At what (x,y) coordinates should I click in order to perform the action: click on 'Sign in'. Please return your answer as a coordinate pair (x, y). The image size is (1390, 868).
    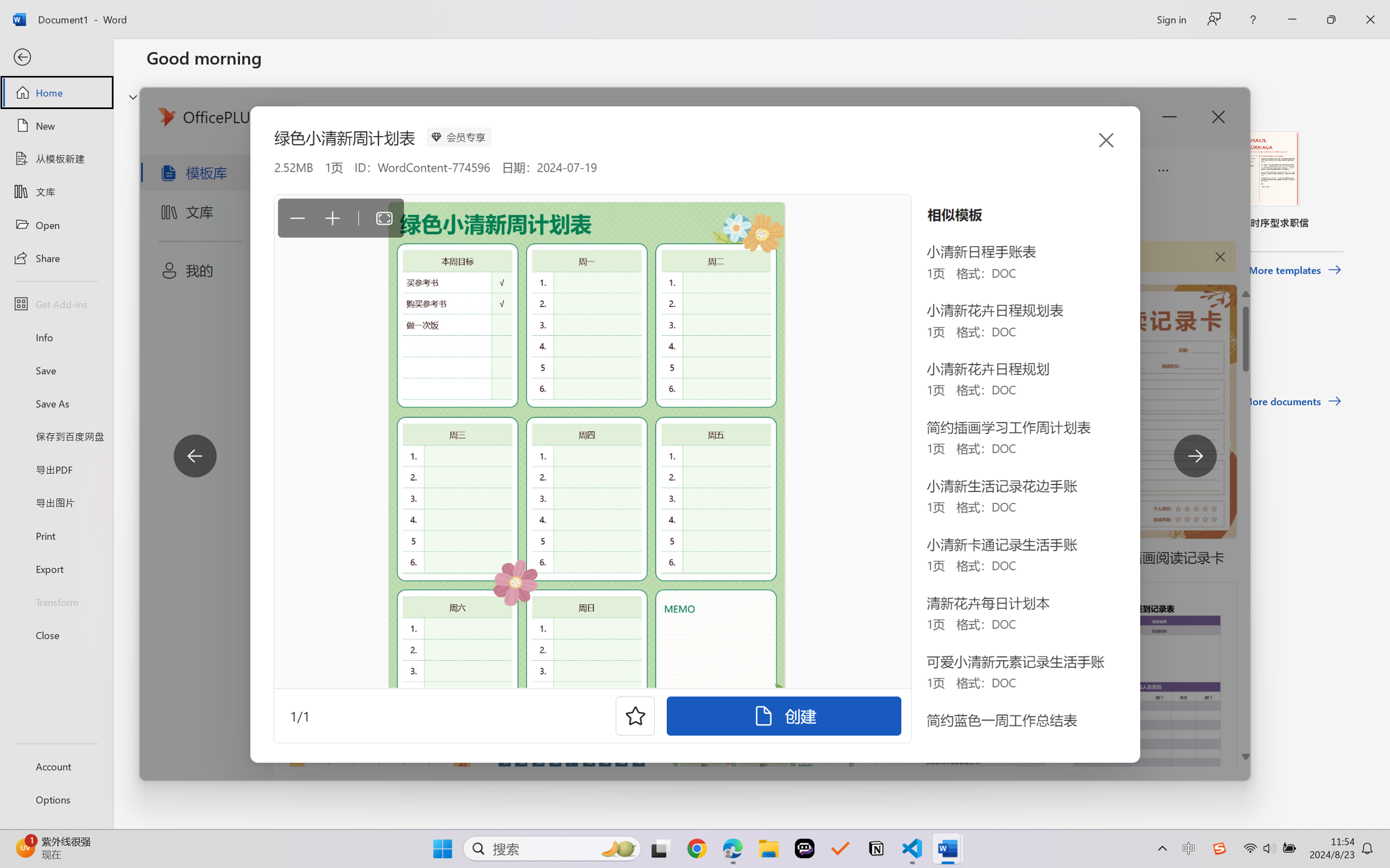
    Looking at the image, I should click on (1170, 19).